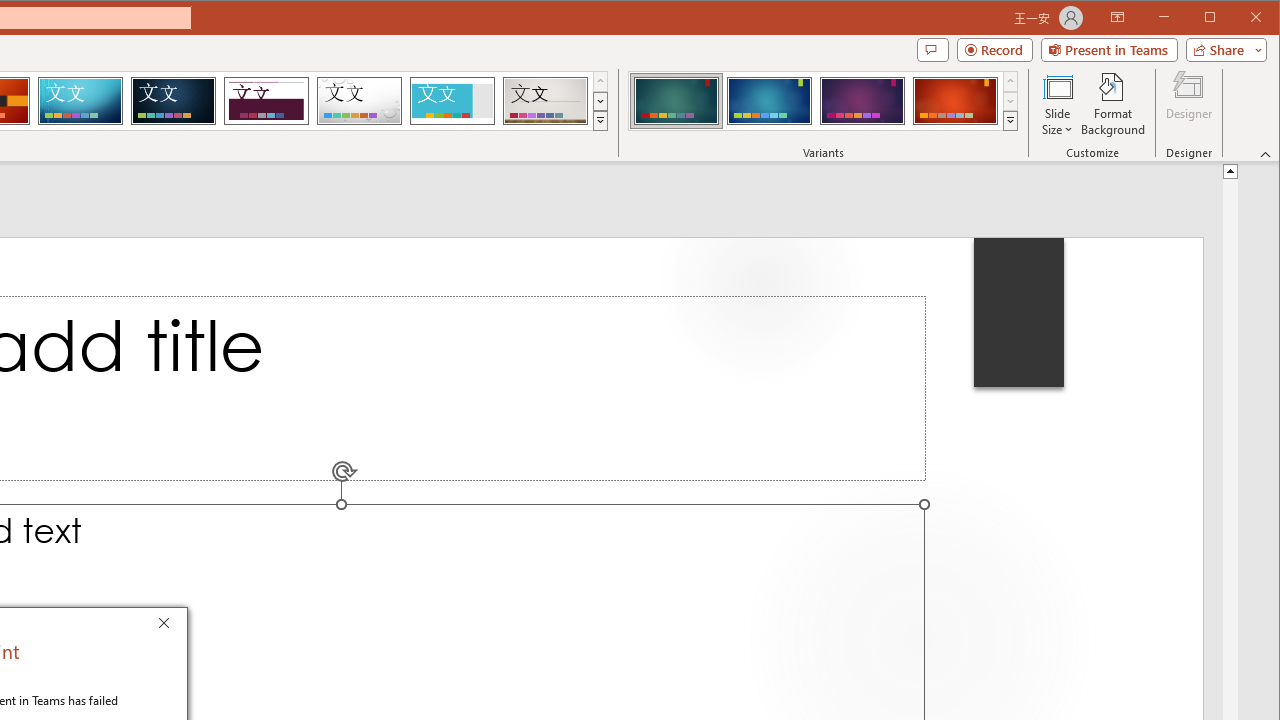  What do you see at coordinates (1010, 80) in the screenshot?
I see `'Row up'` at bounding box center [1010, 80].